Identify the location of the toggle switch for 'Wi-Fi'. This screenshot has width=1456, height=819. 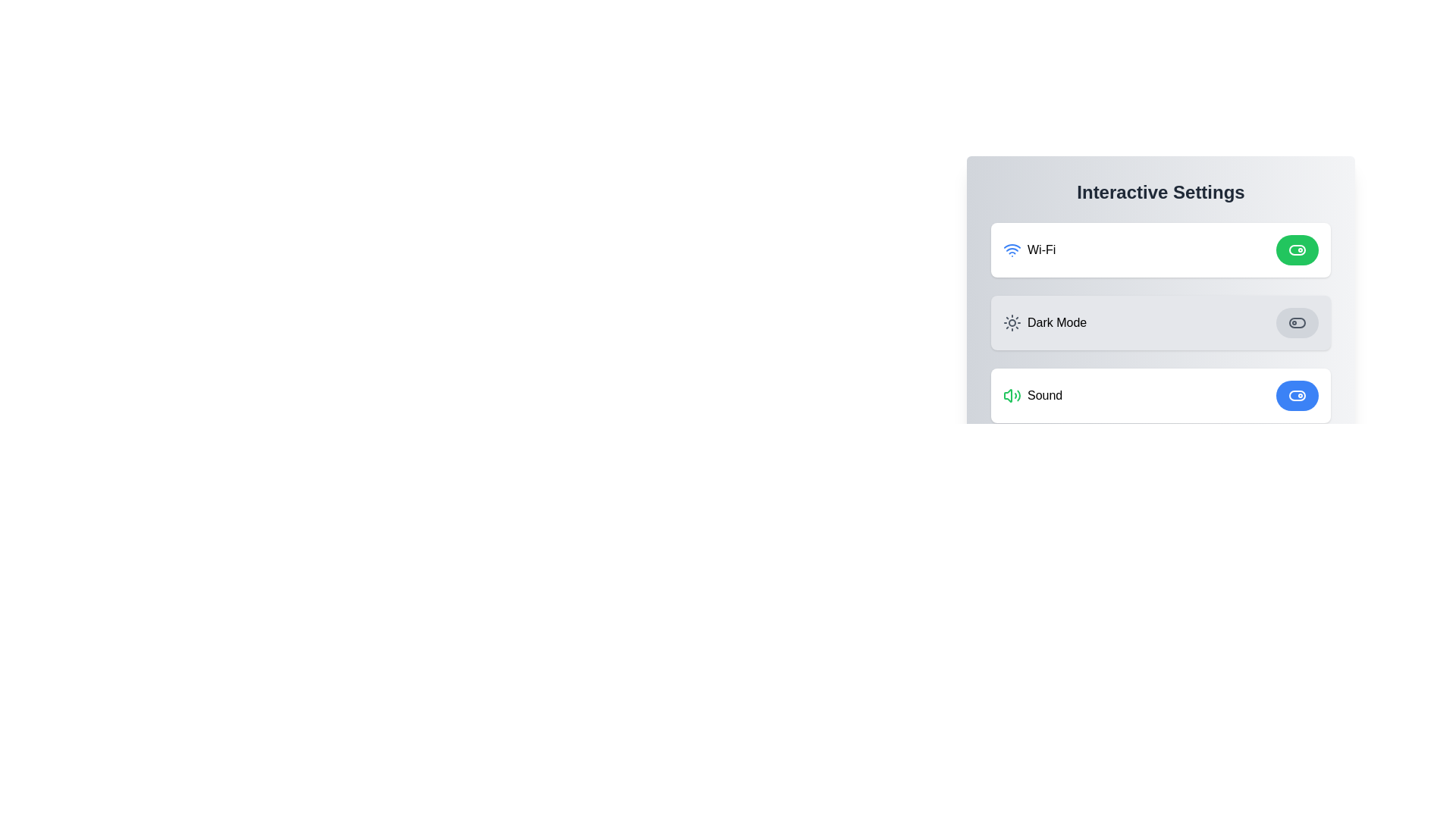
(1296, 249).